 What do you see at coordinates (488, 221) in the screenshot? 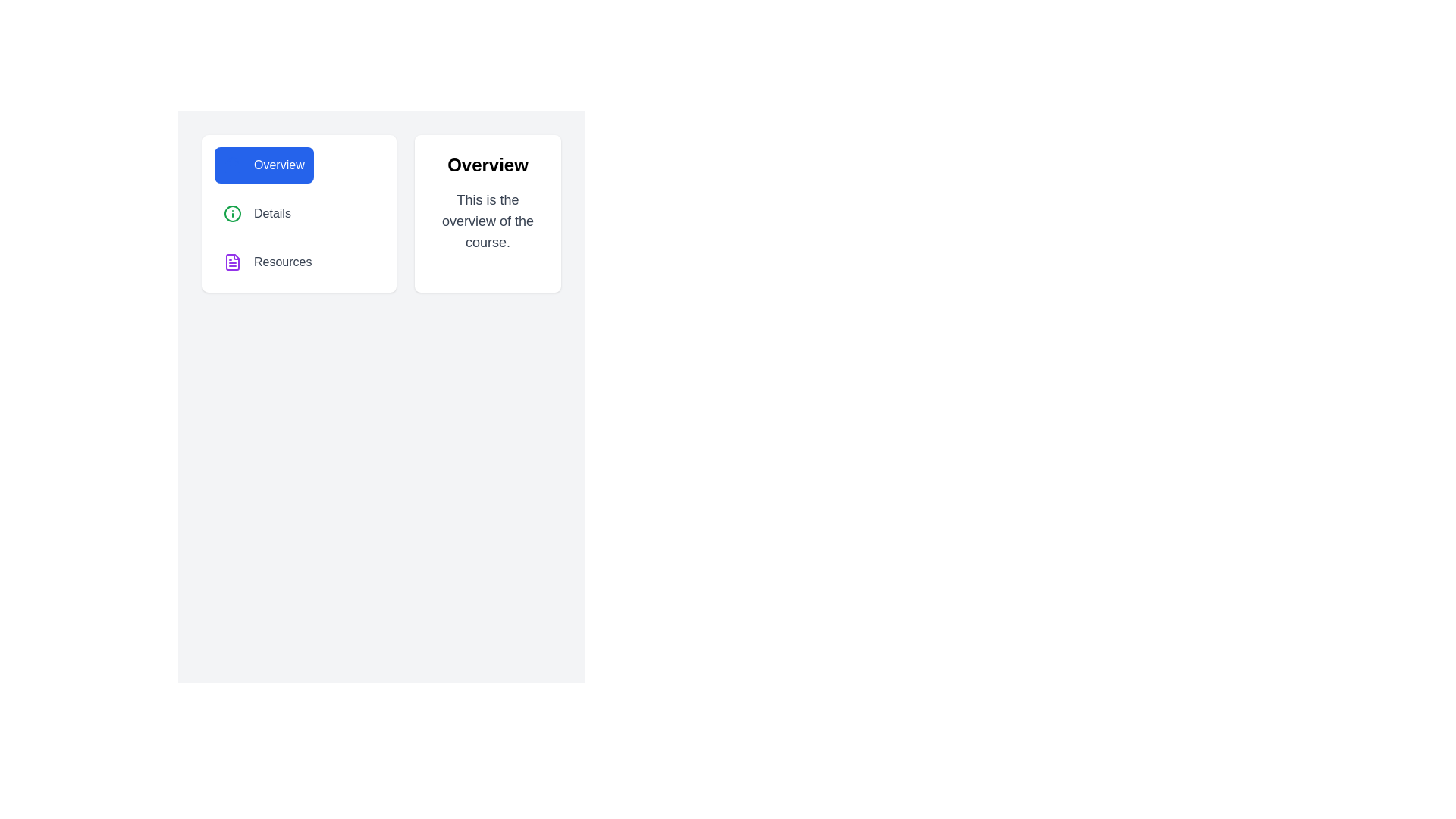
I see `the text label located in the upper-middle region of the rectangular card, immediately below the title 'Overview'` at bounding box center [488, 221].